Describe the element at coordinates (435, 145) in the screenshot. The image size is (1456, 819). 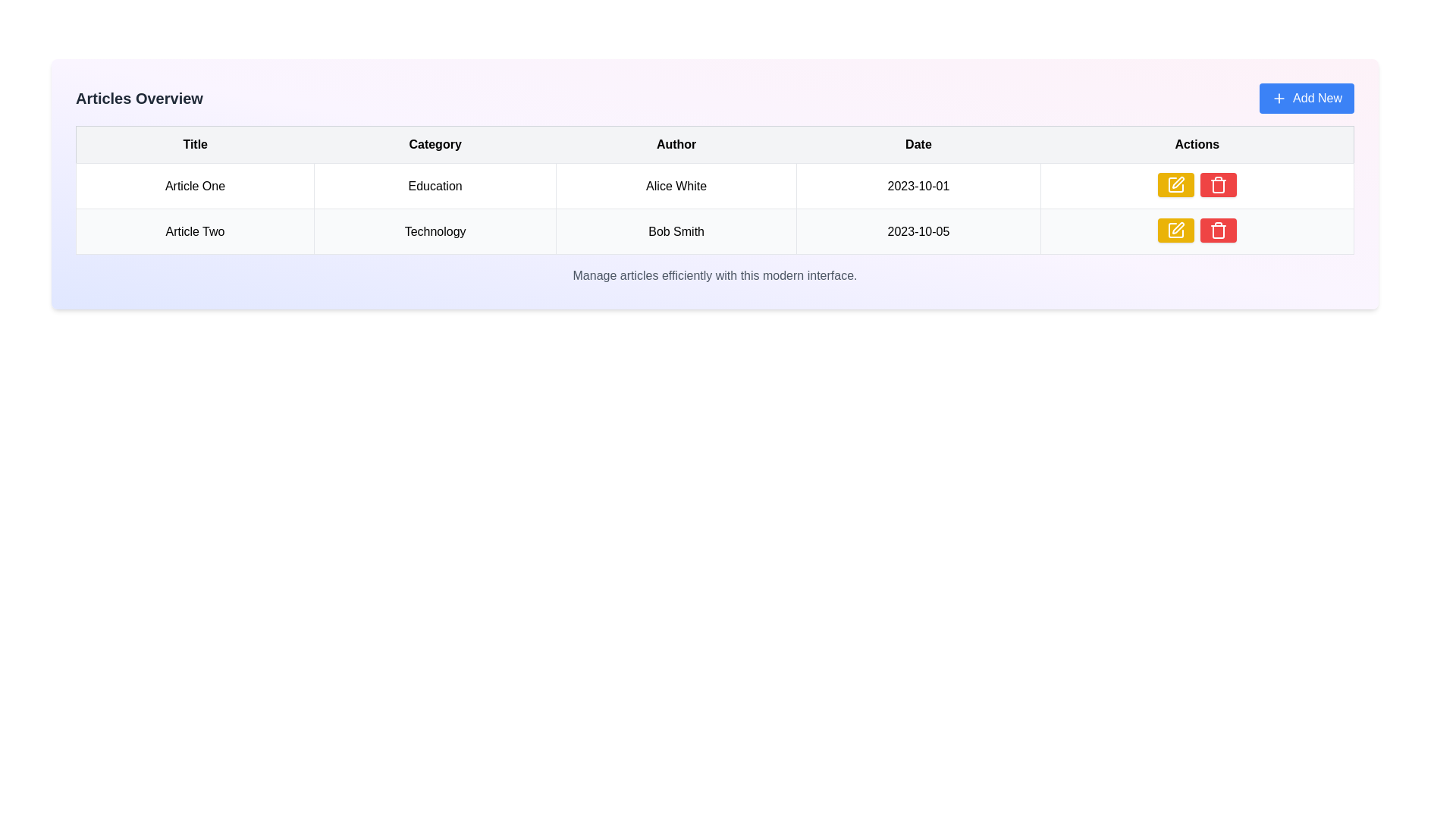
I see `the 'Category' text label, which is a bold black font inside a grey rectangular background, located in the header row of a data table` at that location.